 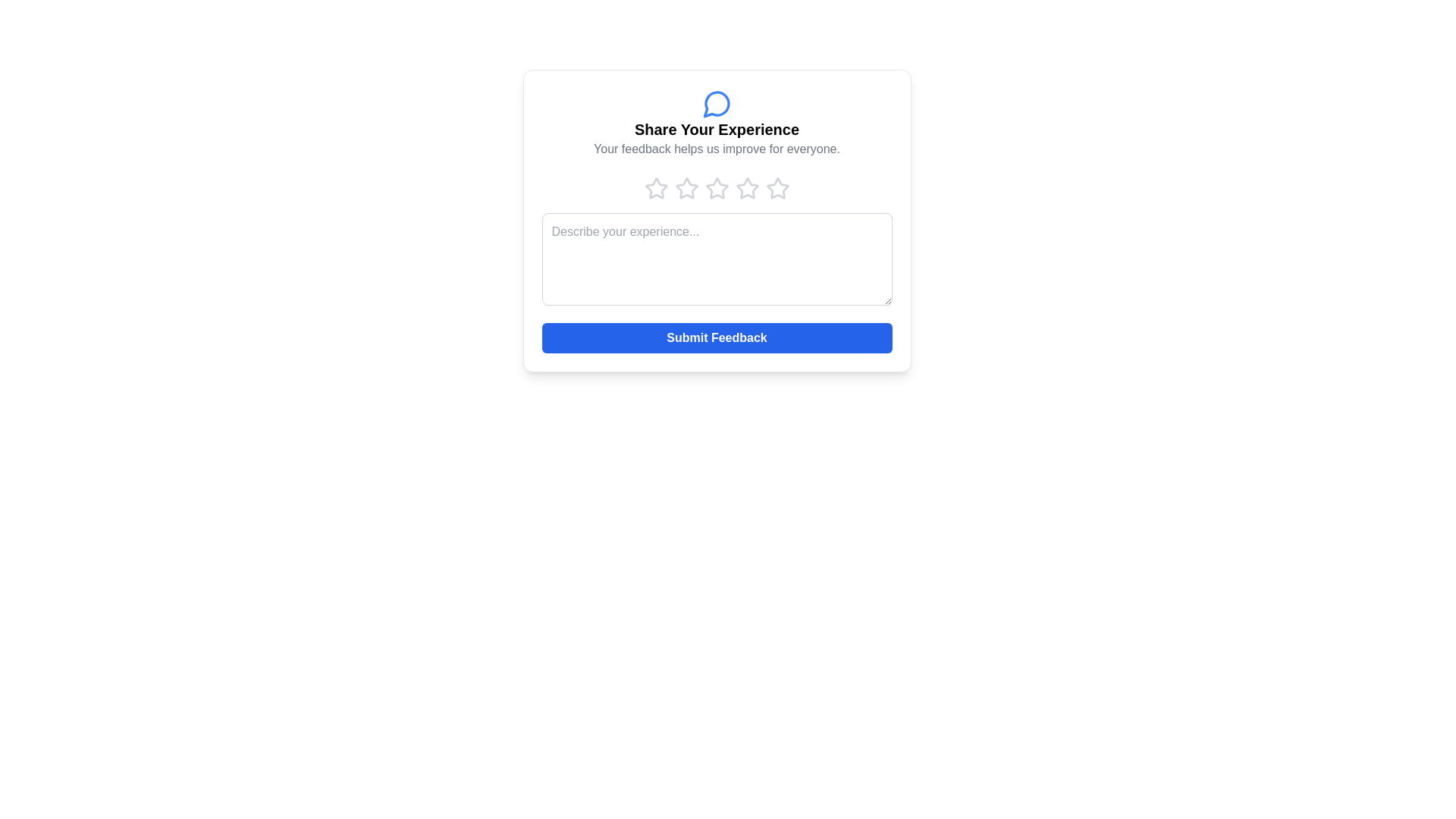 I want to click on the decorative icon located at the top center of the feedback interface, which enhances the visual appeal of the 'Share Your Experience' prompt, so click(x=716, y=103).